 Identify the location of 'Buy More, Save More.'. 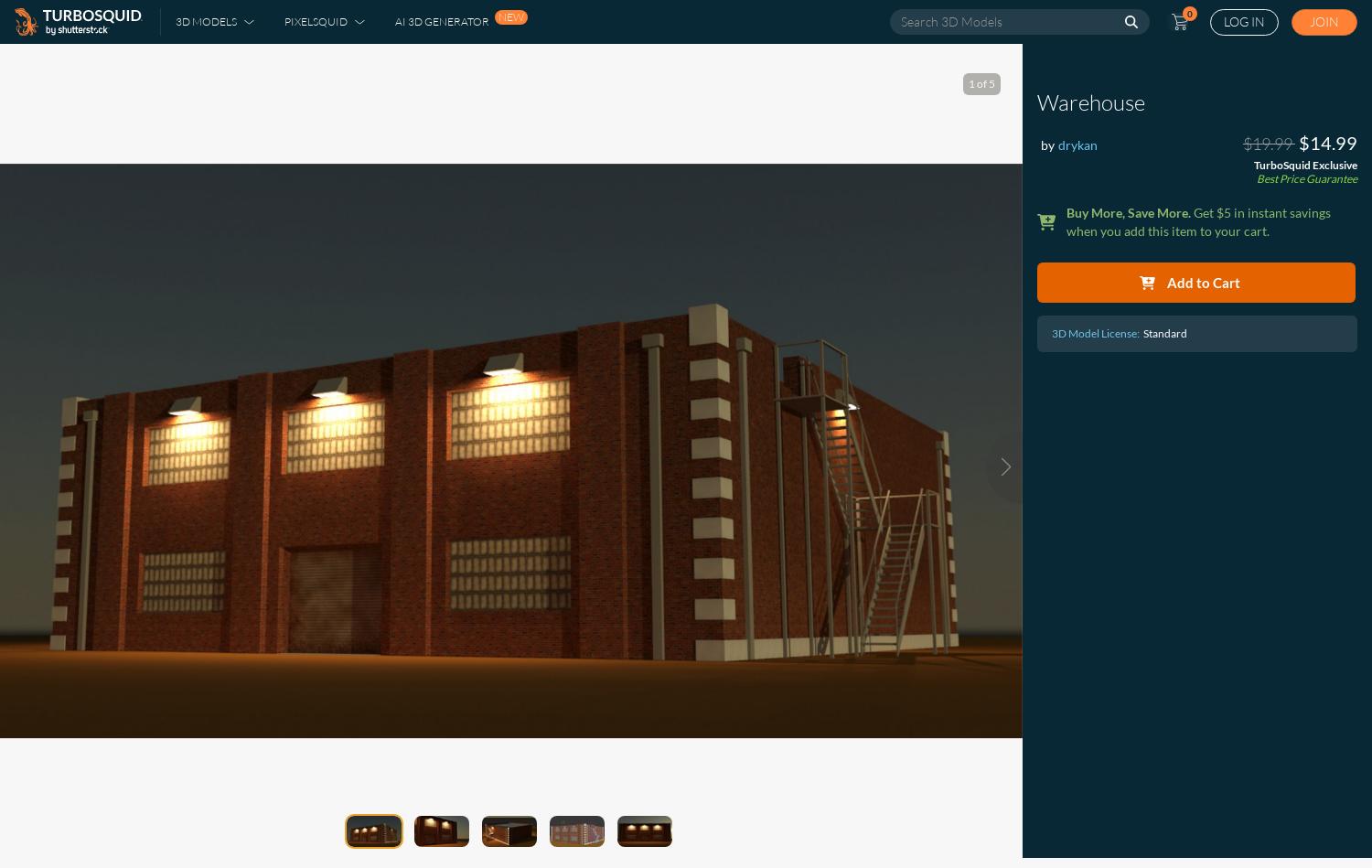
(1128, 211).